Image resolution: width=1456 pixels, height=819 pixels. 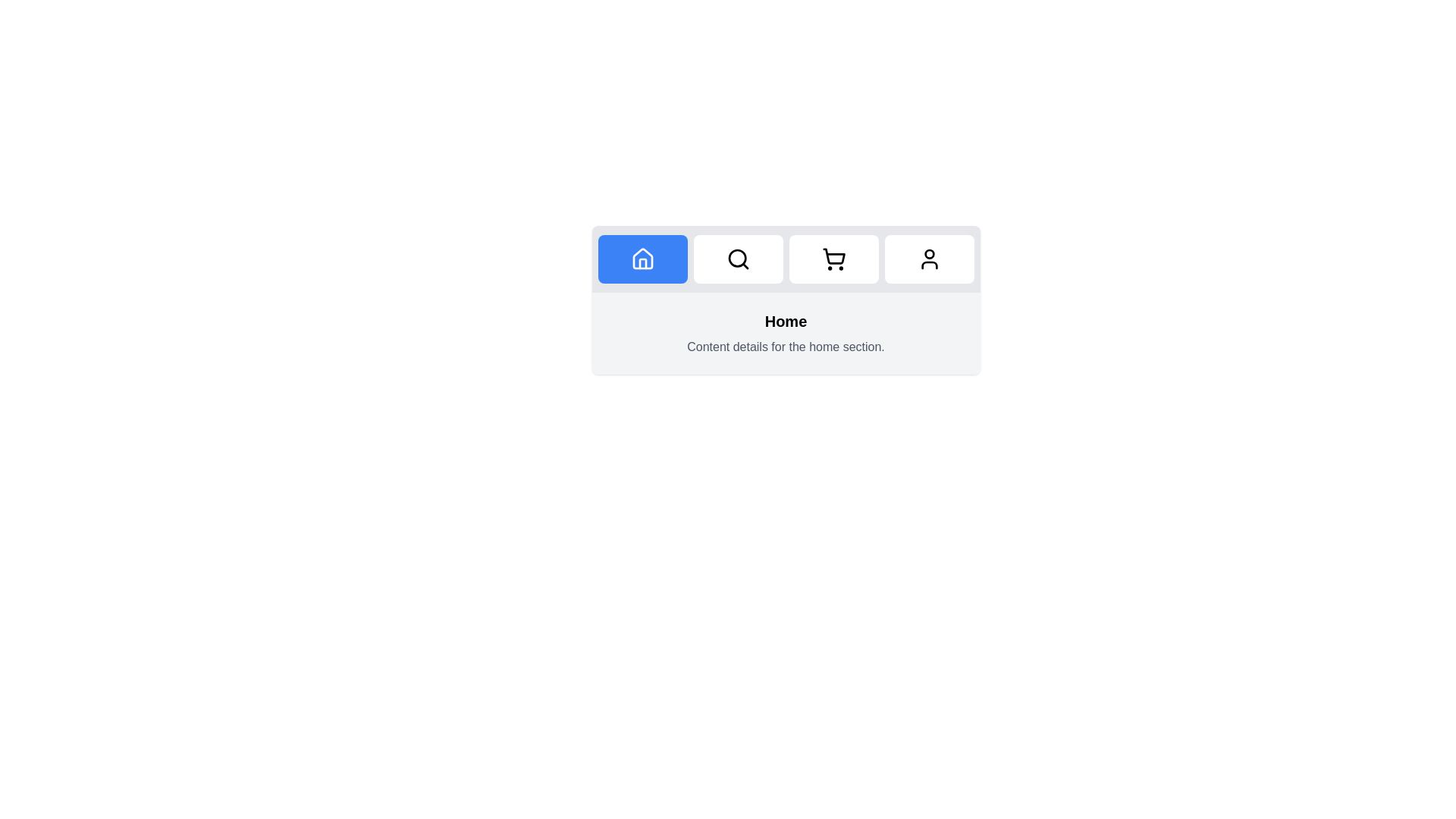 I want to click on the circular shape within the magnifying glass icon, which represents the search functionality in the top menu bar, so click(x=737, y=257).